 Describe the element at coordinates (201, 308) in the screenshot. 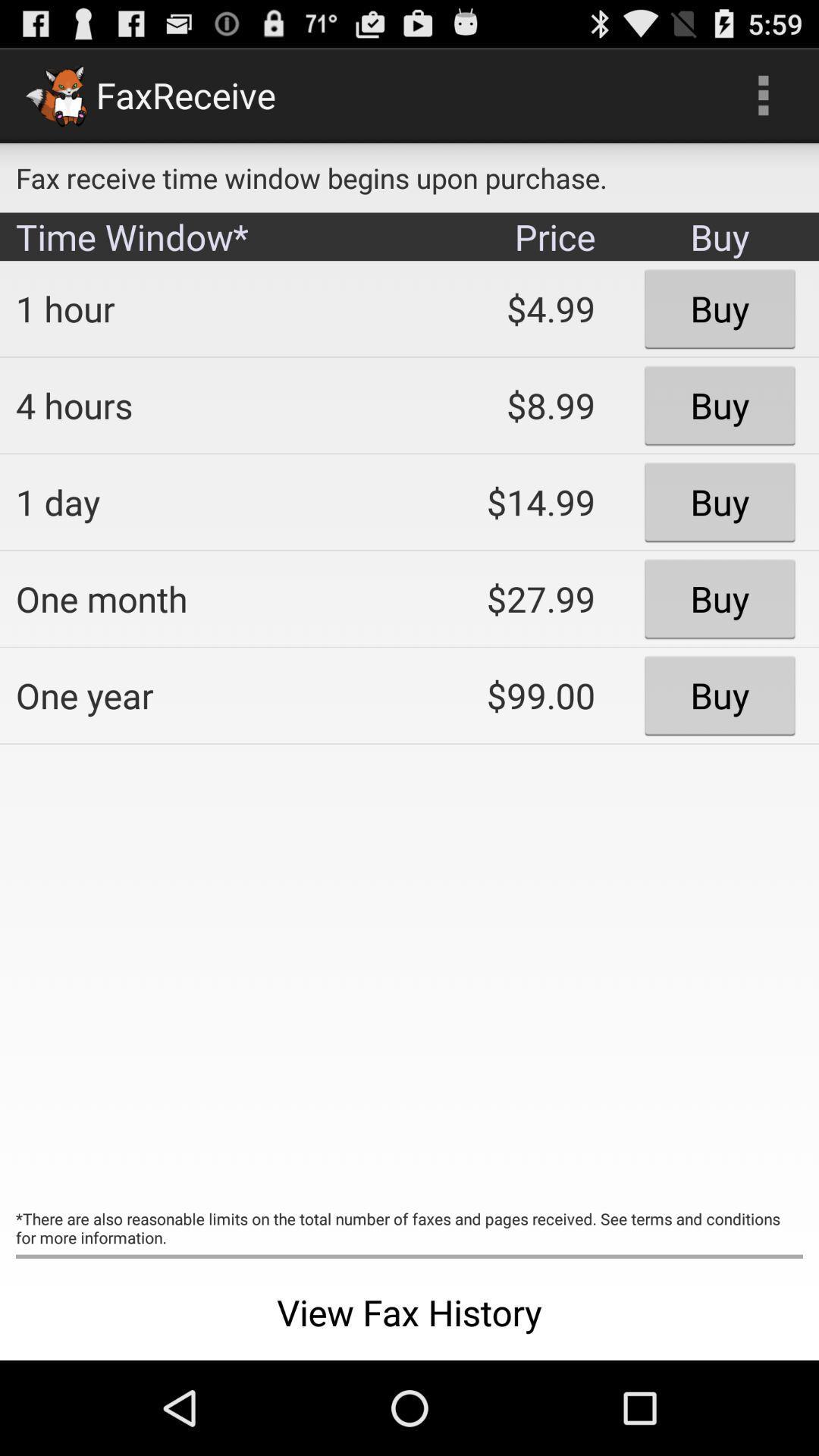

I see `app below time window* icon` at that location.